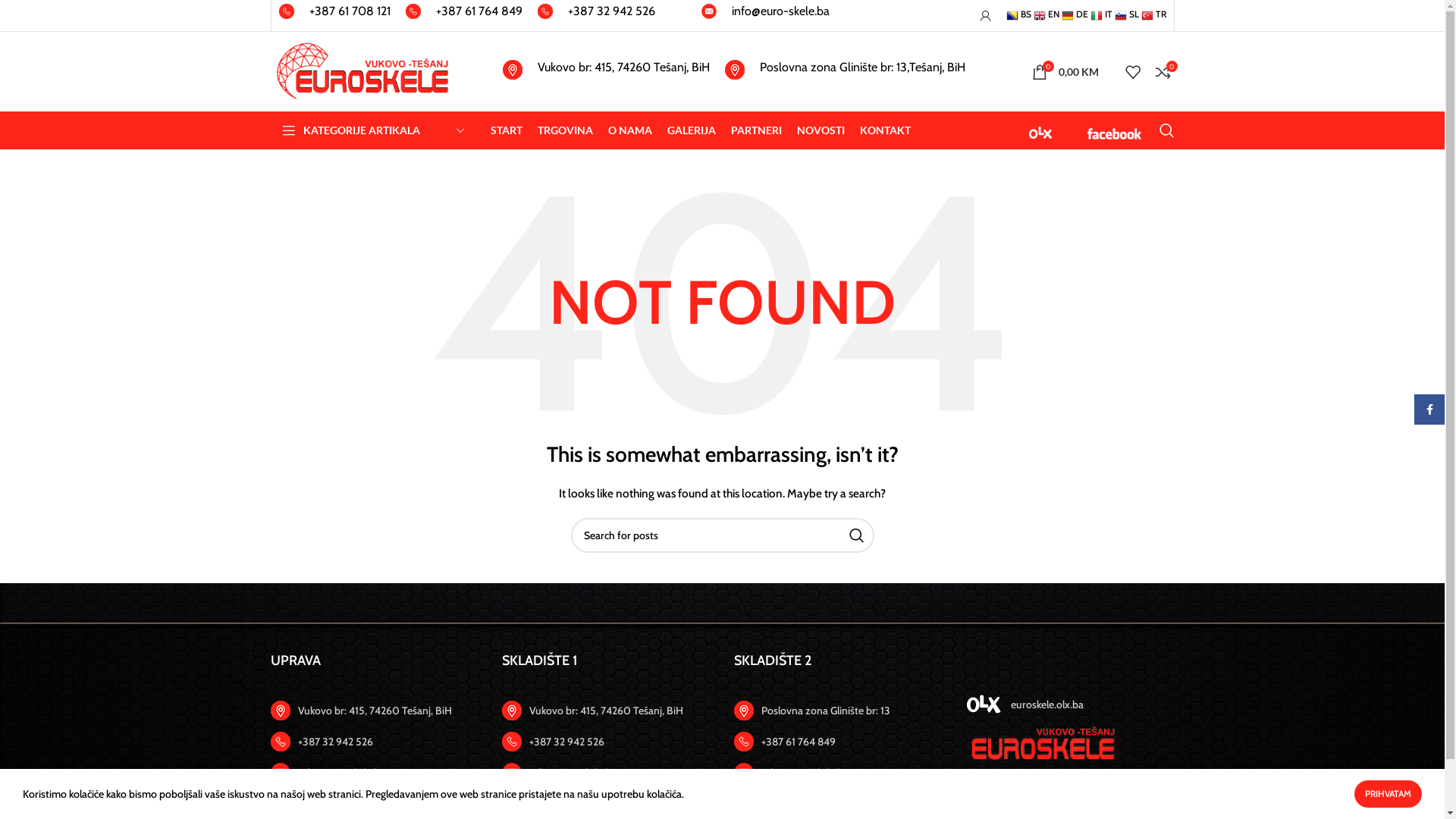 Image resolution: width=1456 pixels, height=819 pixels. I want to click on 'DE', so click(1074, 14).